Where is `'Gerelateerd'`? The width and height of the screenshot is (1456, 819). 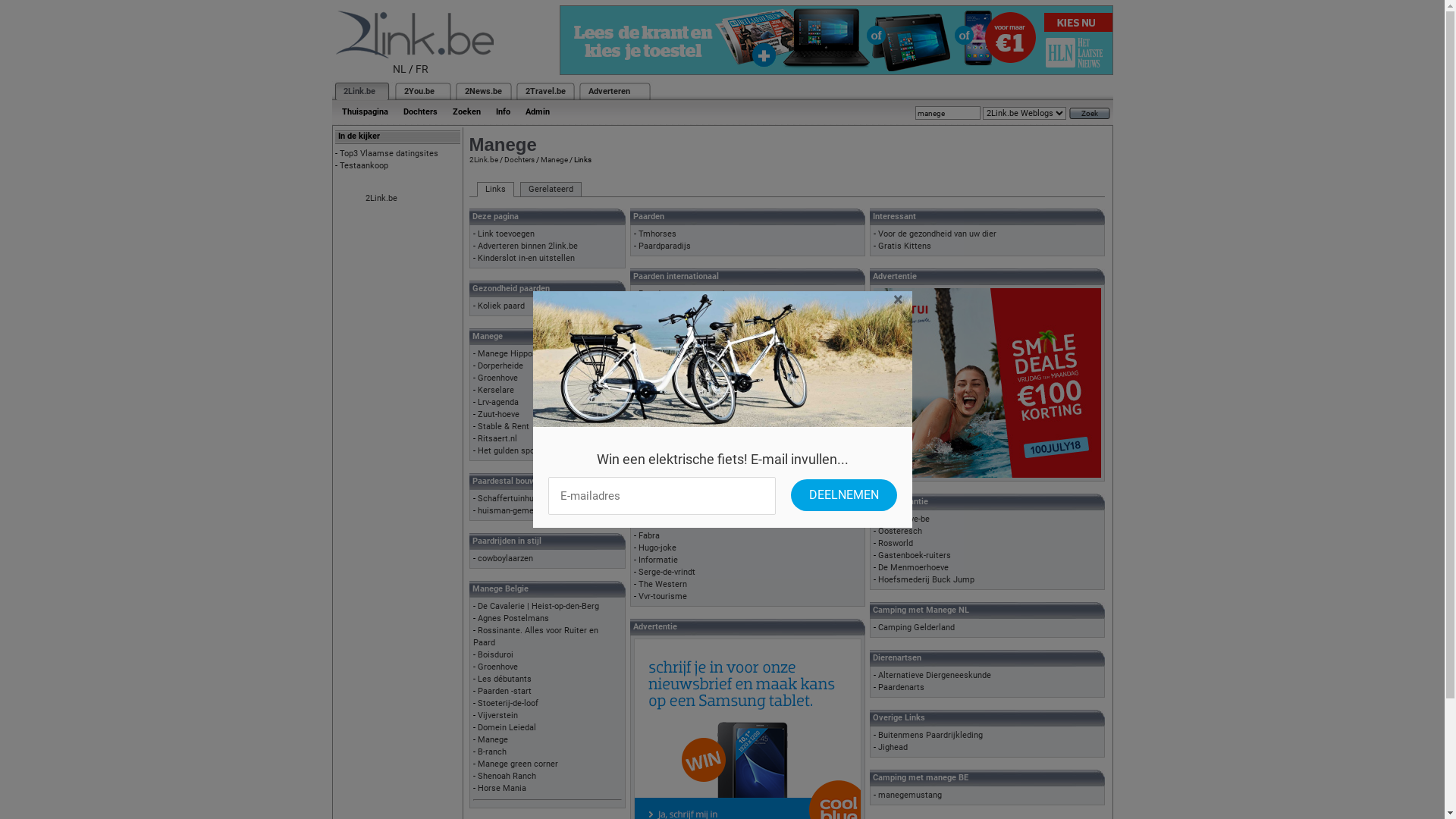 'Gerelateerd' is located at coordinates (520, 189).